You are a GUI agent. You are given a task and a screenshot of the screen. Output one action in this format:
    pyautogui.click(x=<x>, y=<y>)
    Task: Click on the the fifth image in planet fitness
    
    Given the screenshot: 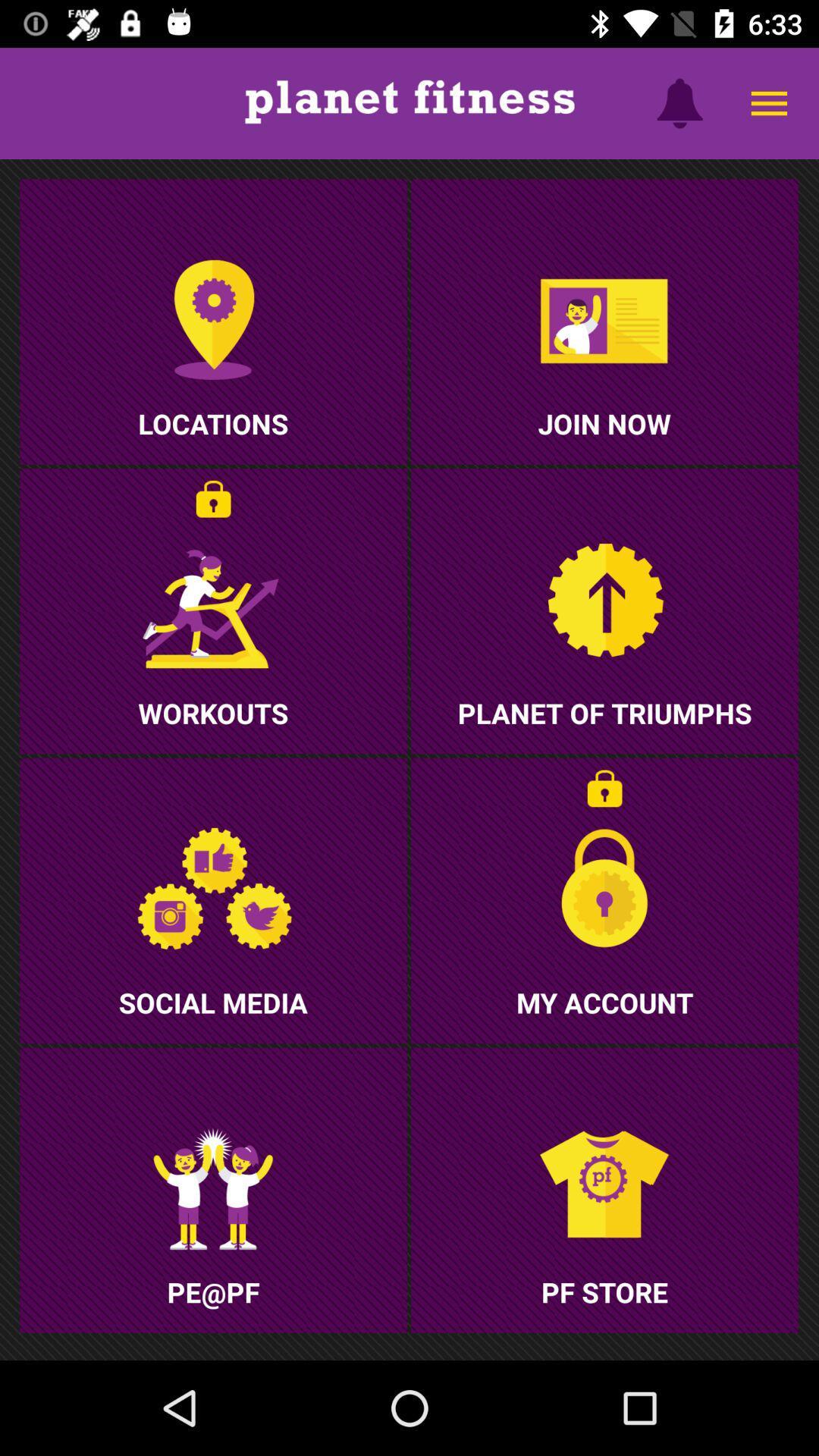 What is the action you would take?
    pyautogui.click(x=213, y=901)
    